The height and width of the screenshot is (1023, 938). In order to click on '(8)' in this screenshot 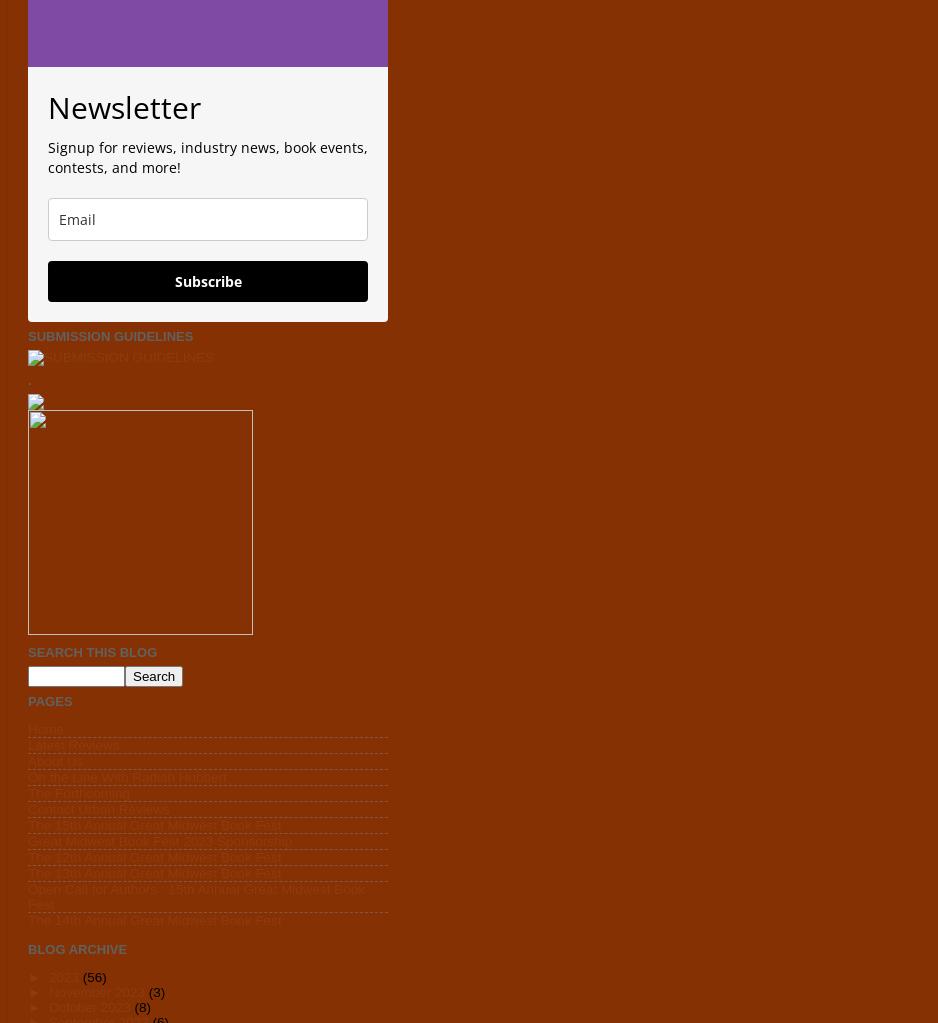, I will do `click(134, 1006)`.